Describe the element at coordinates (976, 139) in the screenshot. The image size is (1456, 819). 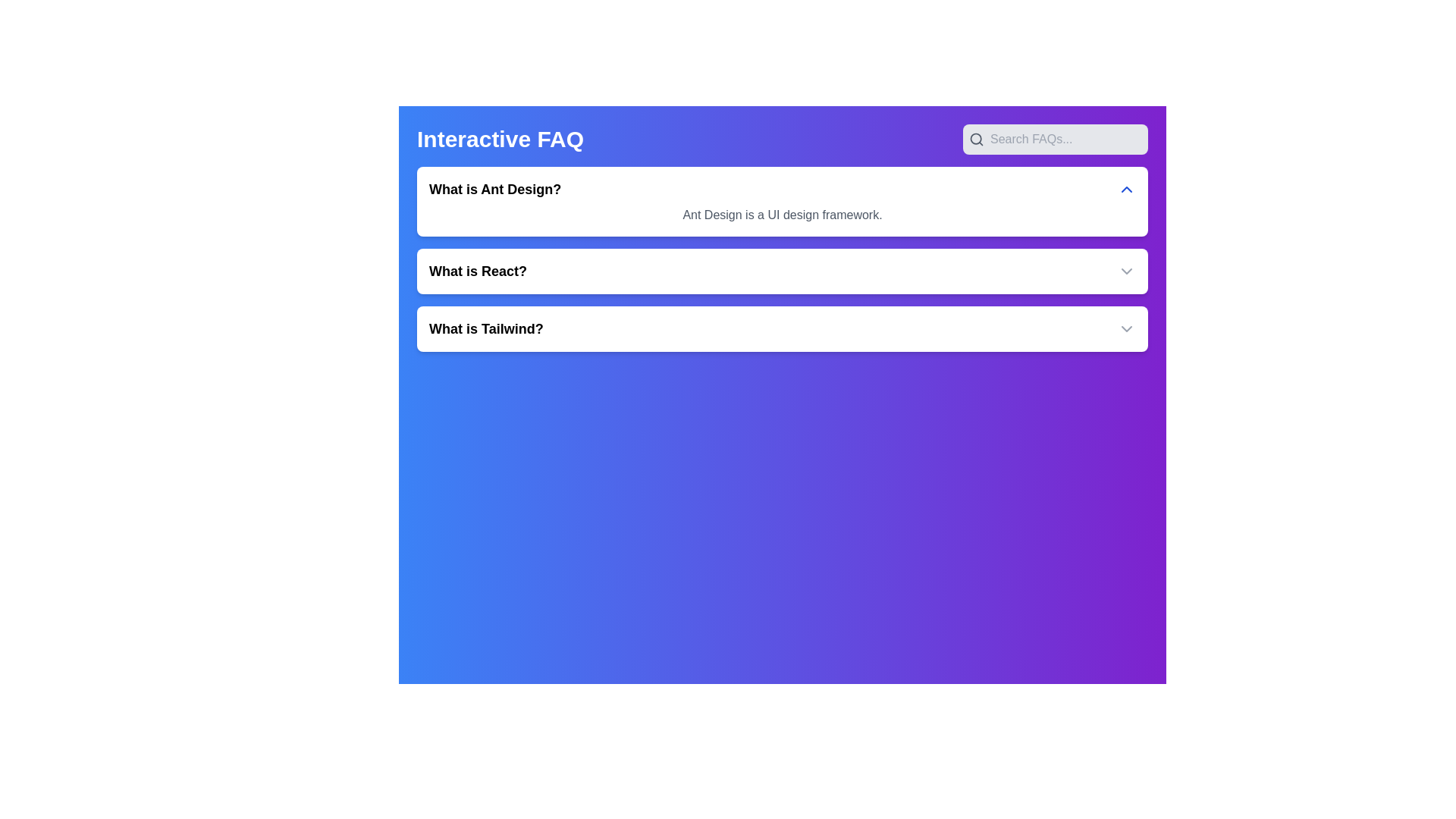
I see `the central circular component of the search icon located in the top-right corner of the interface, next to the search text box` at that location.